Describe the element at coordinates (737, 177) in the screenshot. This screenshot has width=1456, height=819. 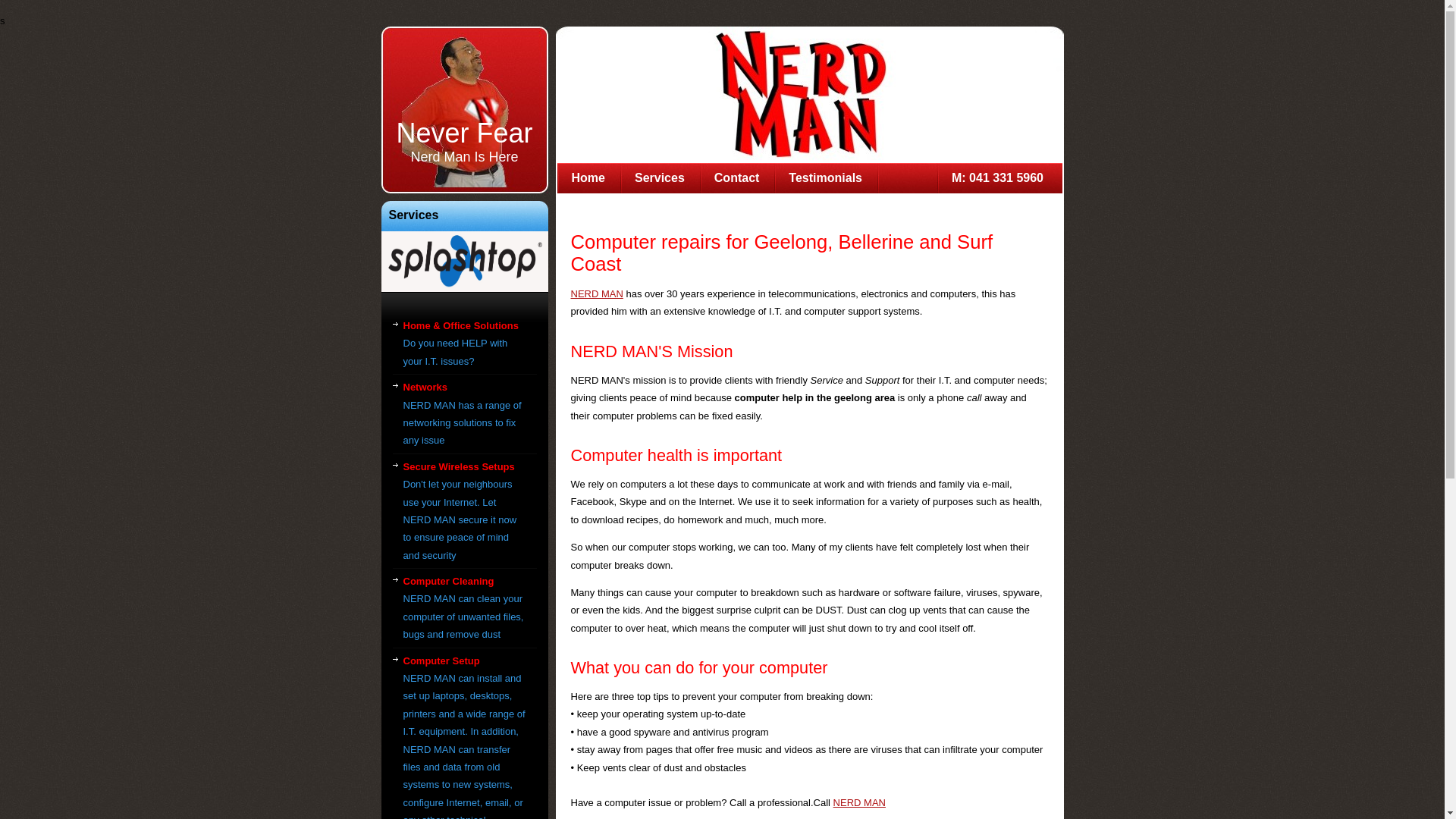
I see `'Contact'` at that location.